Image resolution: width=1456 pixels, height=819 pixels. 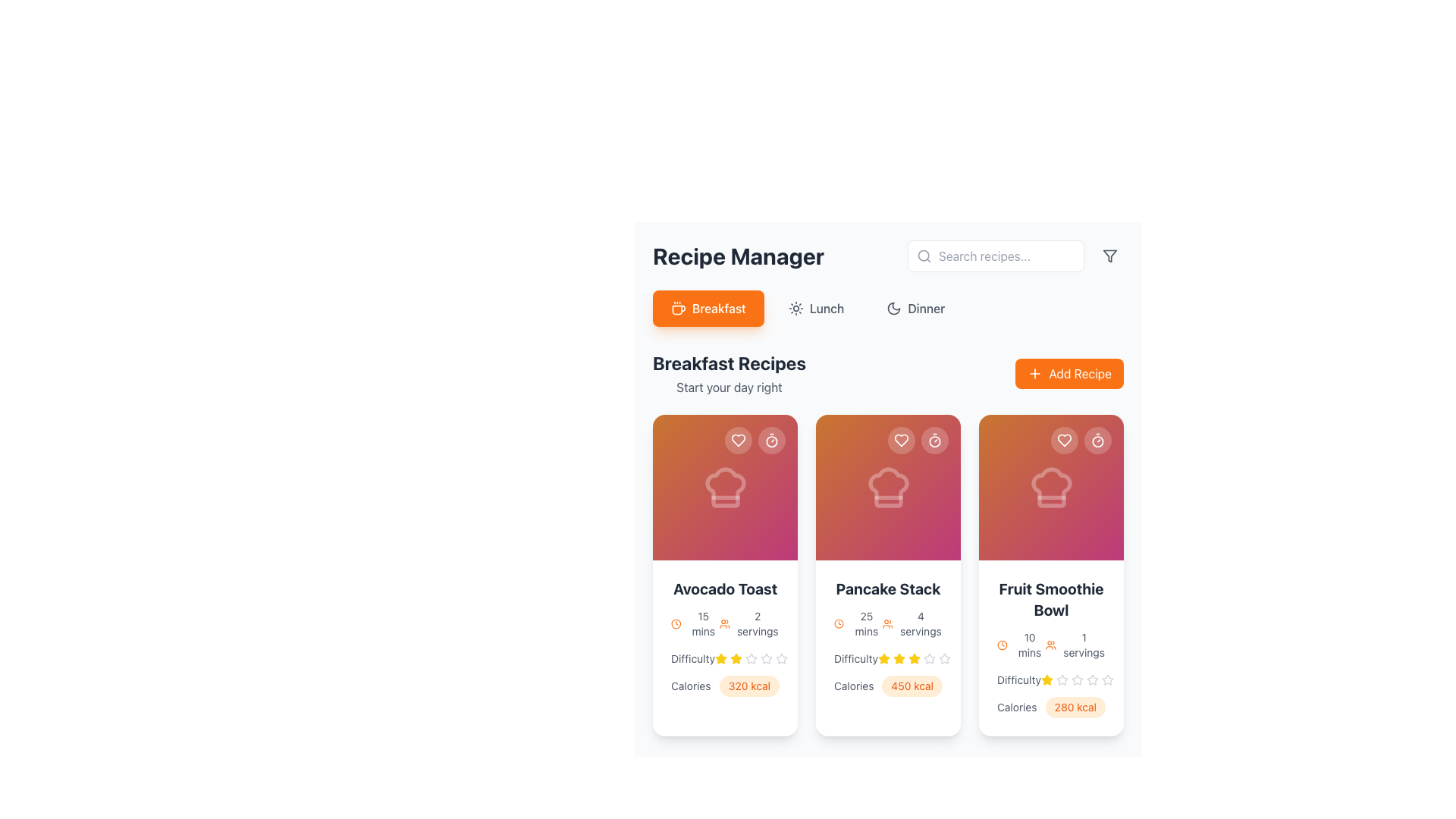 I want to click on the 'Calories' informational label displaying '450 kcal' in the 'Pancake Stack' recipe card, so click(x=888, y=686).